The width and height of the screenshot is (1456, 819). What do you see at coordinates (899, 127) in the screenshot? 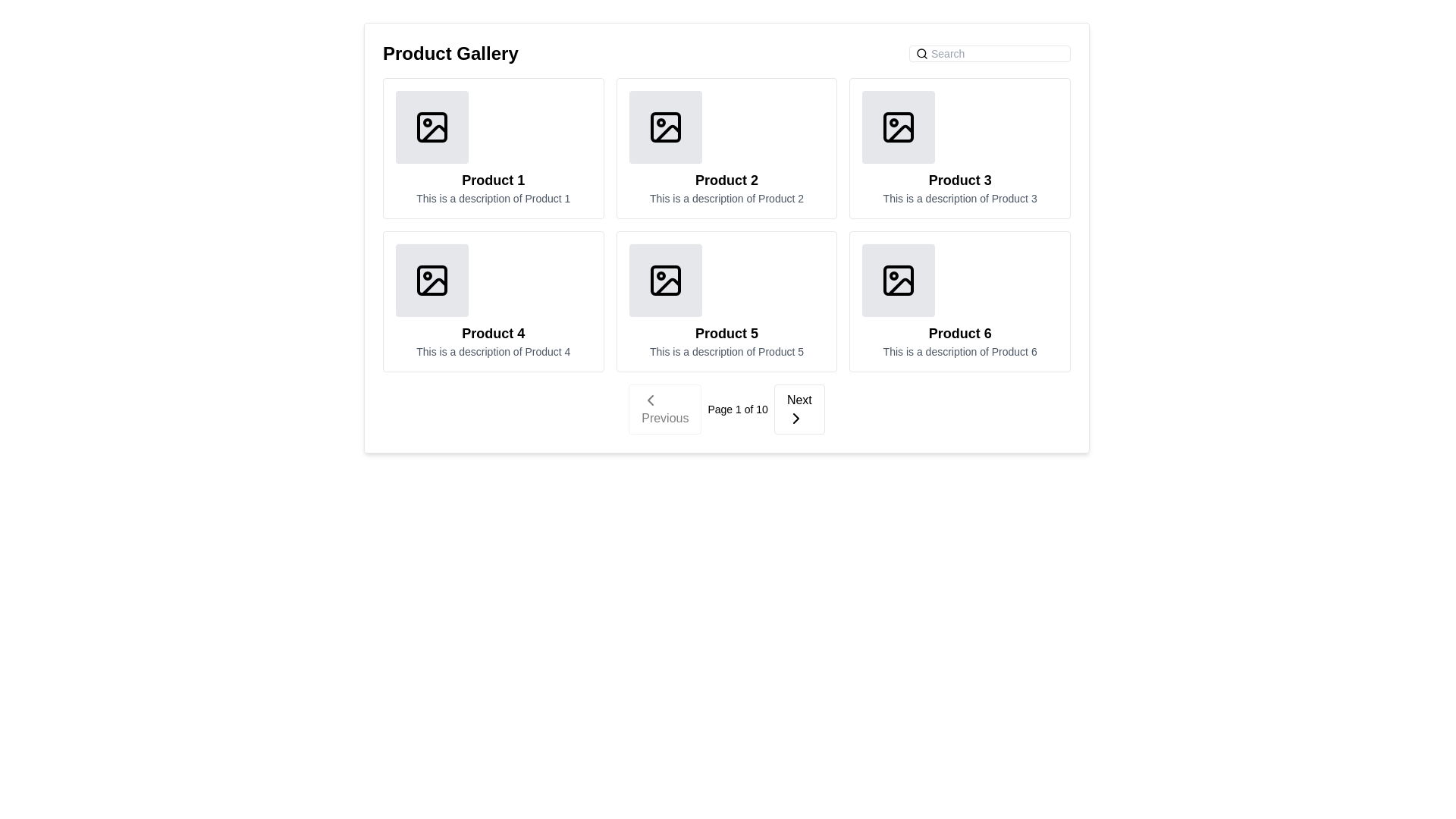
I see `the graphical placeholder component representing an image preview icon, which is a square grey area with rounded corners and an outlined image icon in the center, associated with 'Product 3' and its description` at bounding box center [899, 127].